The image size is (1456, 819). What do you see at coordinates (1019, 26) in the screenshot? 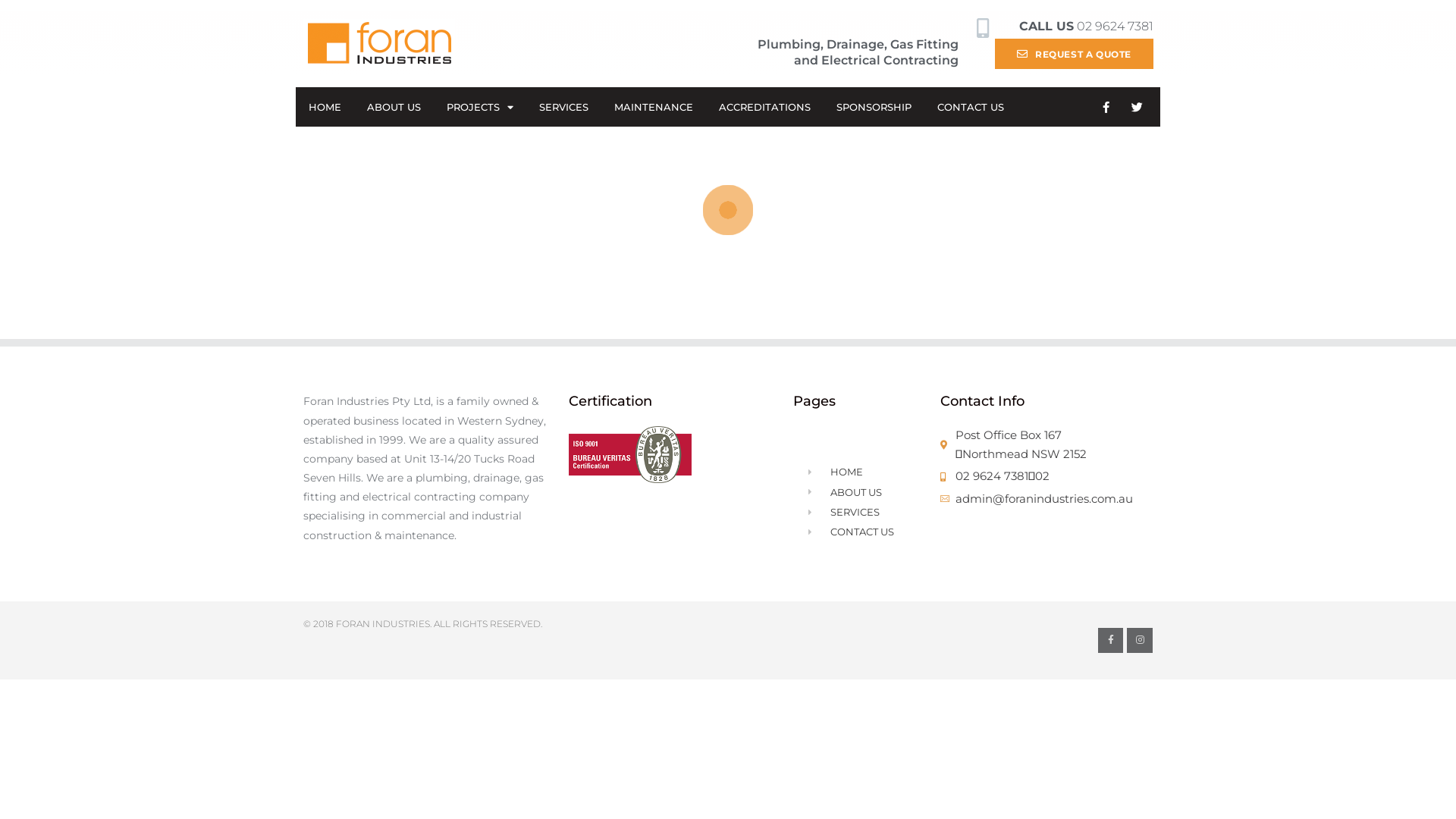
I see `'CALL US 02 9624 7381'` at bounding box center [1019, 26].